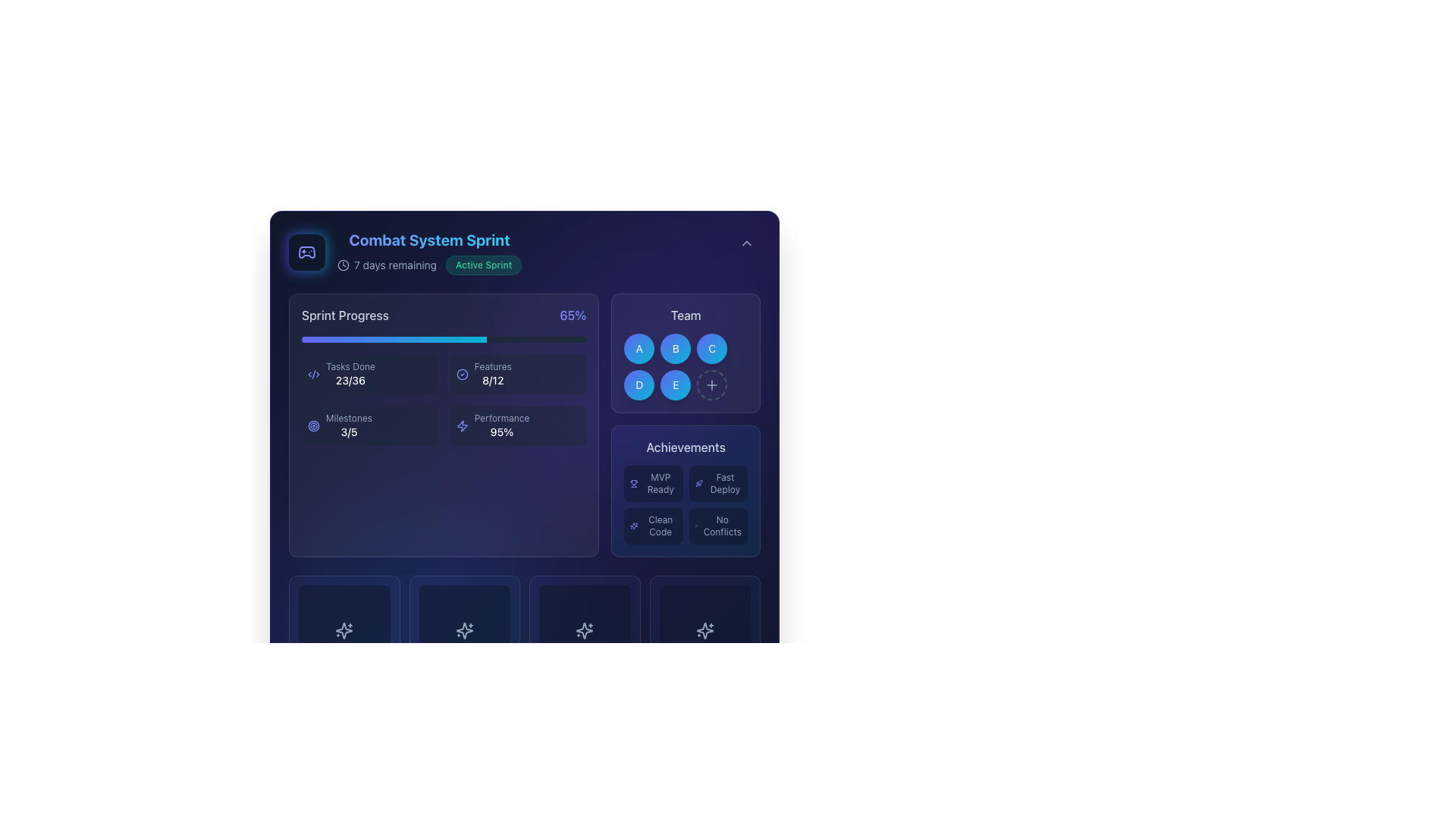 The image size is (1456, 819). I want to click on the static text '7 days remaining' with the clock icon, located just below the 'Combat System Sprint' header, so click(387, 265).